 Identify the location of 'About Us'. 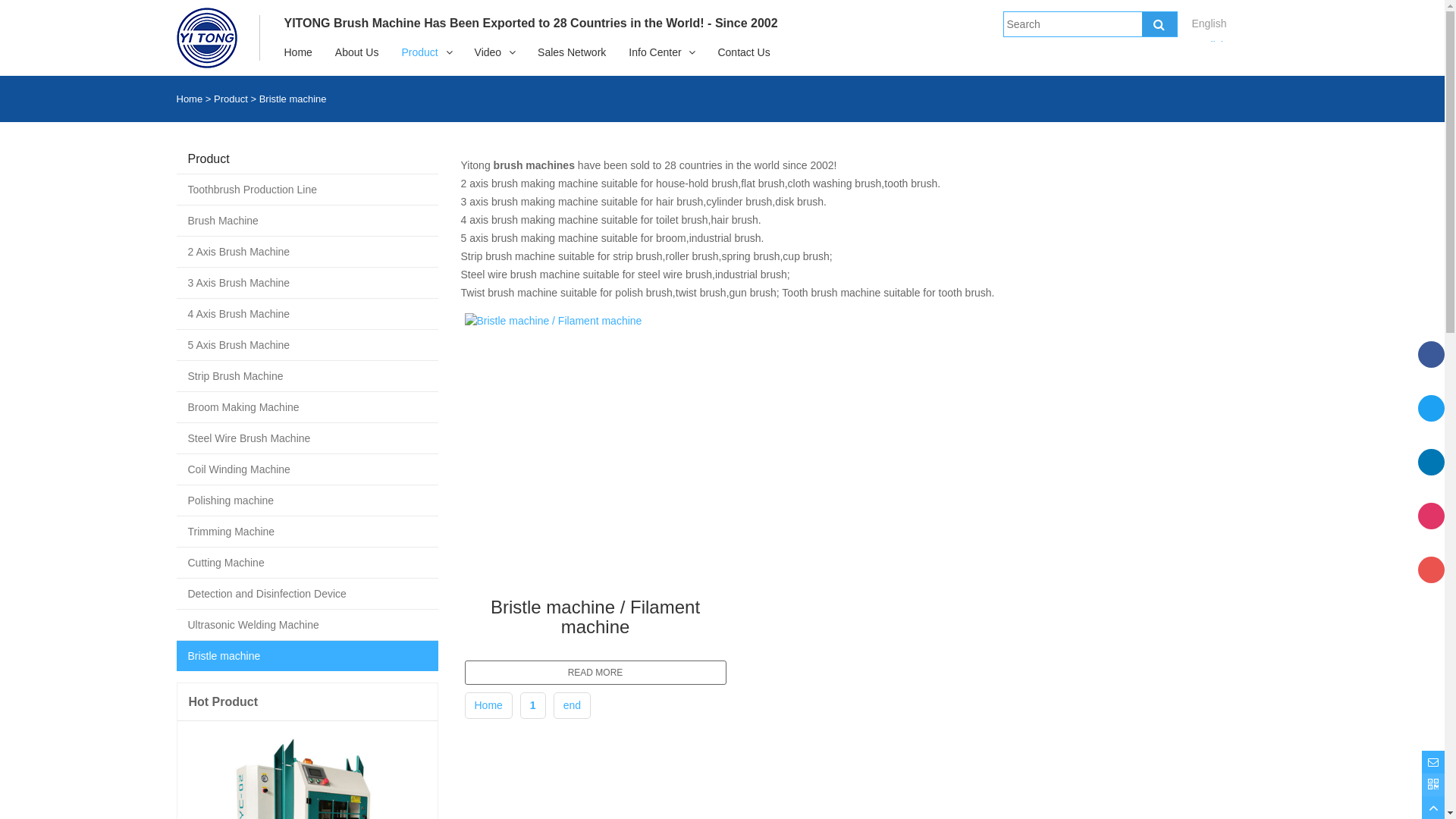
(323, 52).